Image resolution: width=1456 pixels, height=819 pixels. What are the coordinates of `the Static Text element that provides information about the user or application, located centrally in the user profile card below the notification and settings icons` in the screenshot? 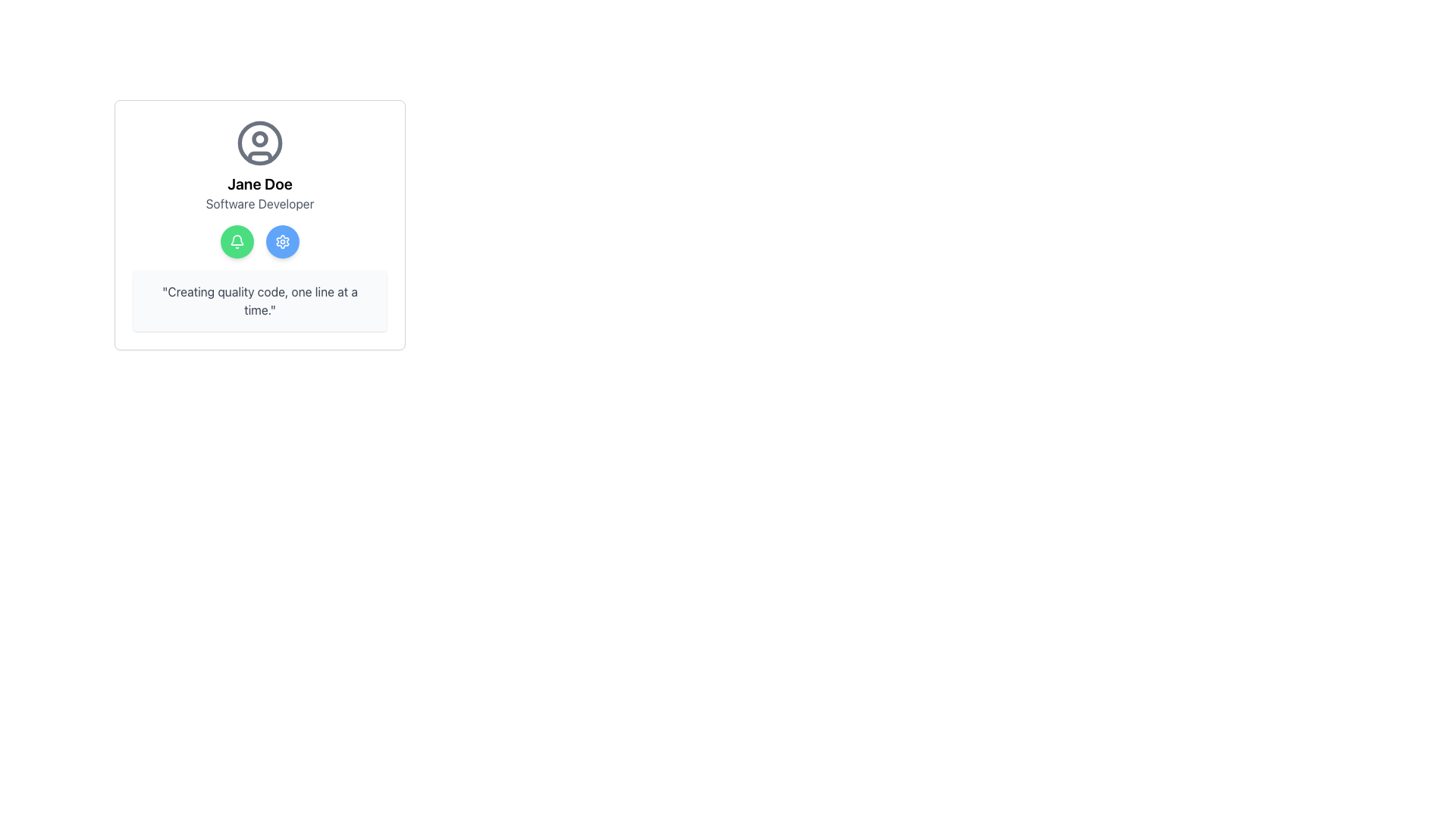 It's located at (259, 301).